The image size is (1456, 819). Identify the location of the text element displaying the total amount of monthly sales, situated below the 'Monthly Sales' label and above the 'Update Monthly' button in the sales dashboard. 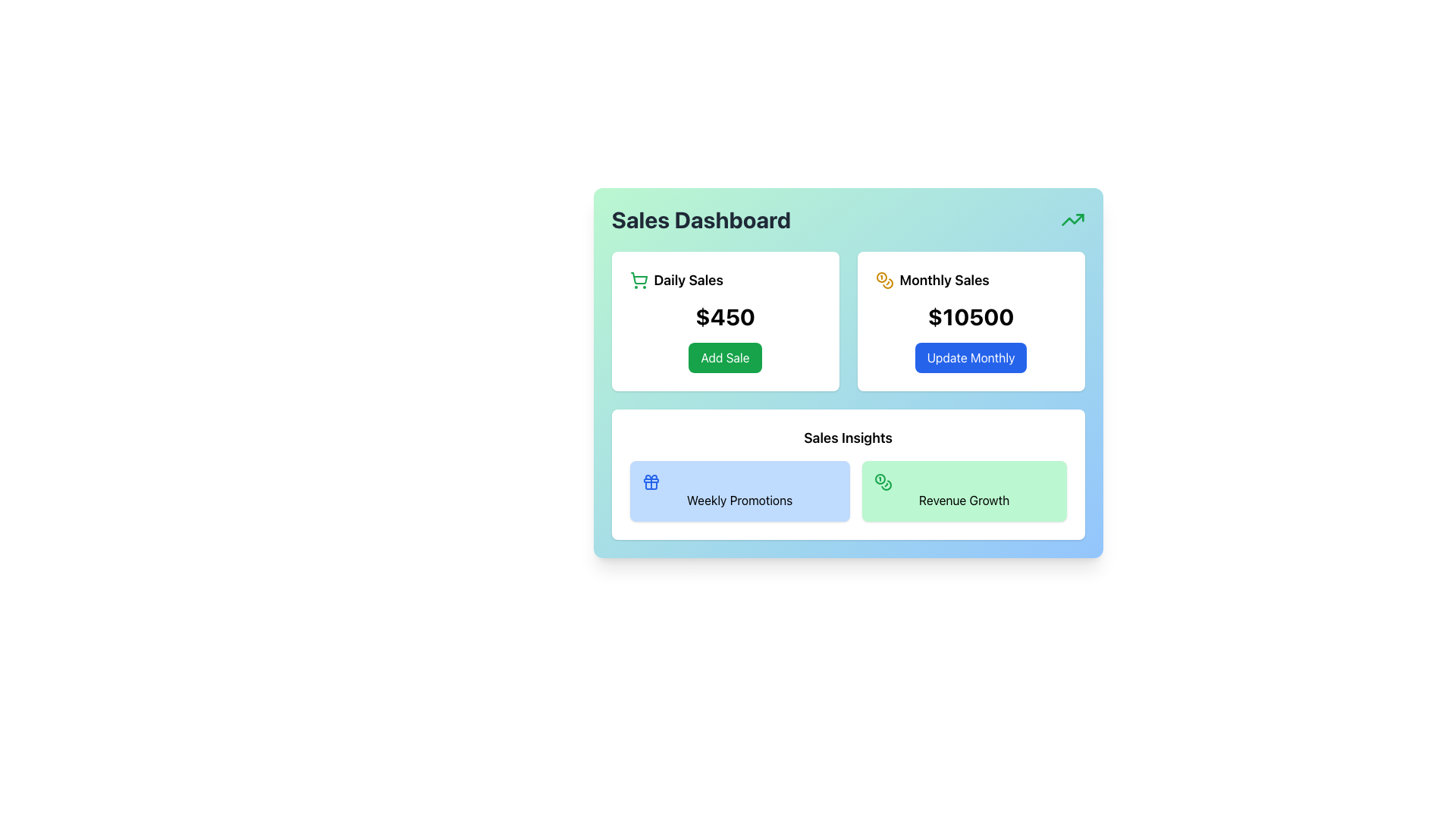
(971, 315).